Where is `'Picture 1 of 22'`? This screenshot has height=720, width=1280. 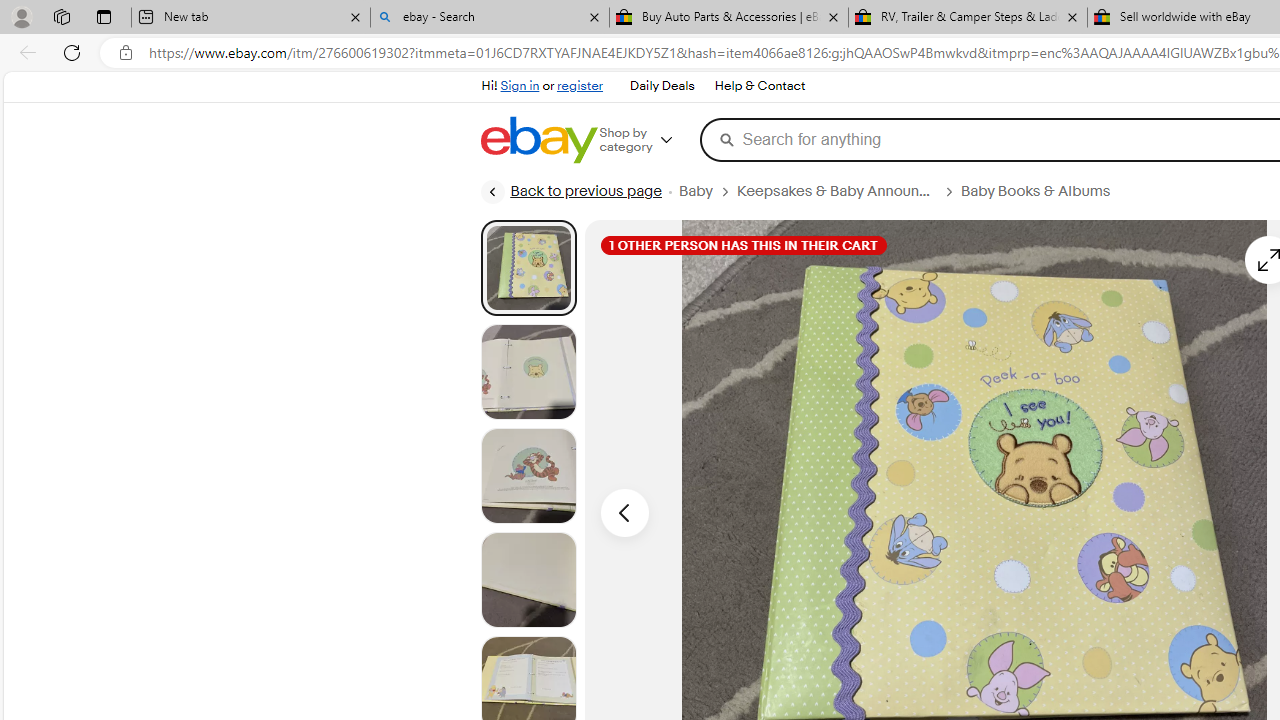
'Picture 1 of 22' is located at coordinates (528, 267).